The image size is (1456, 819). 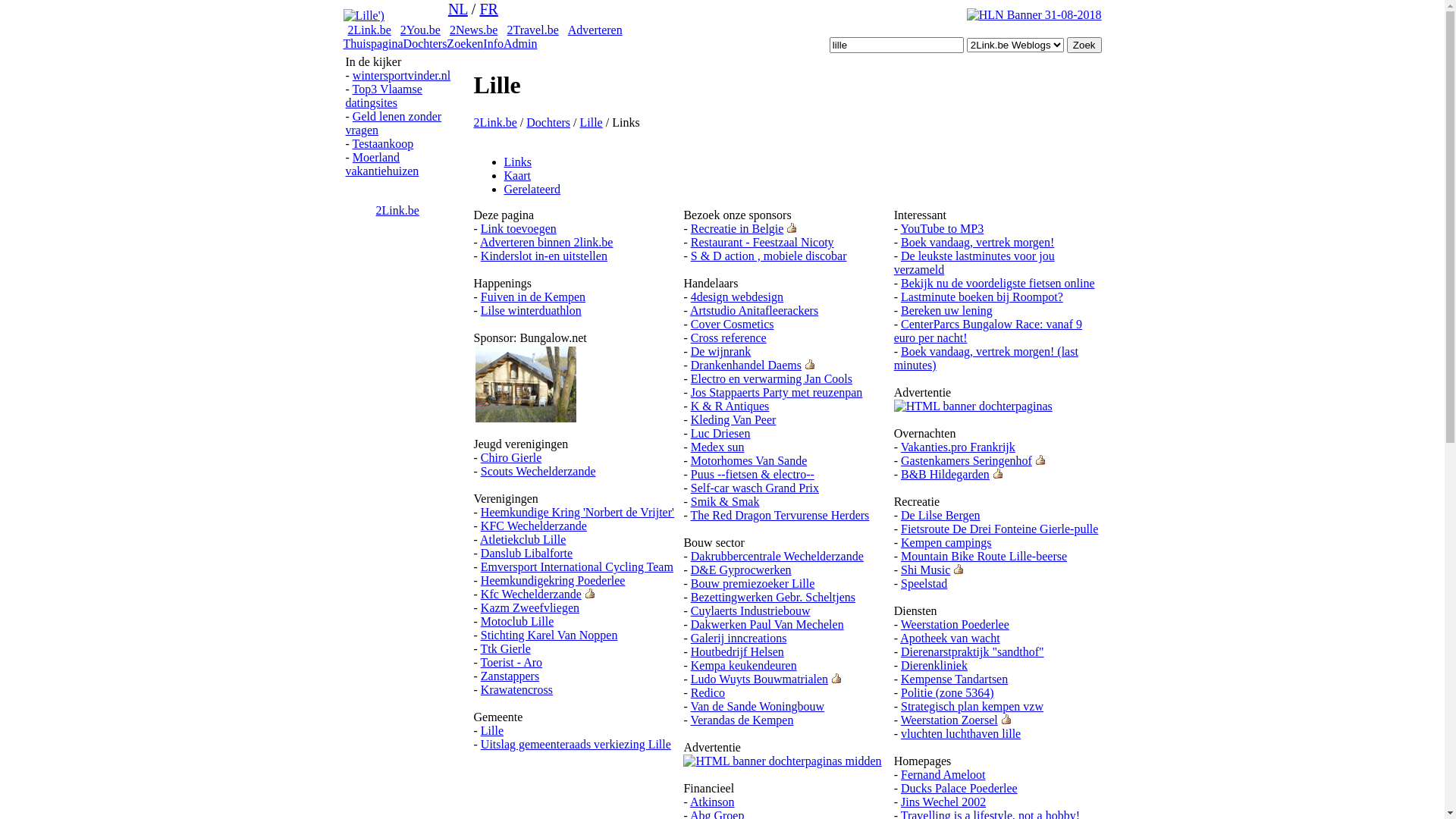 I want to click on 'Cover Cosmetics', so click(x=690, y=323).